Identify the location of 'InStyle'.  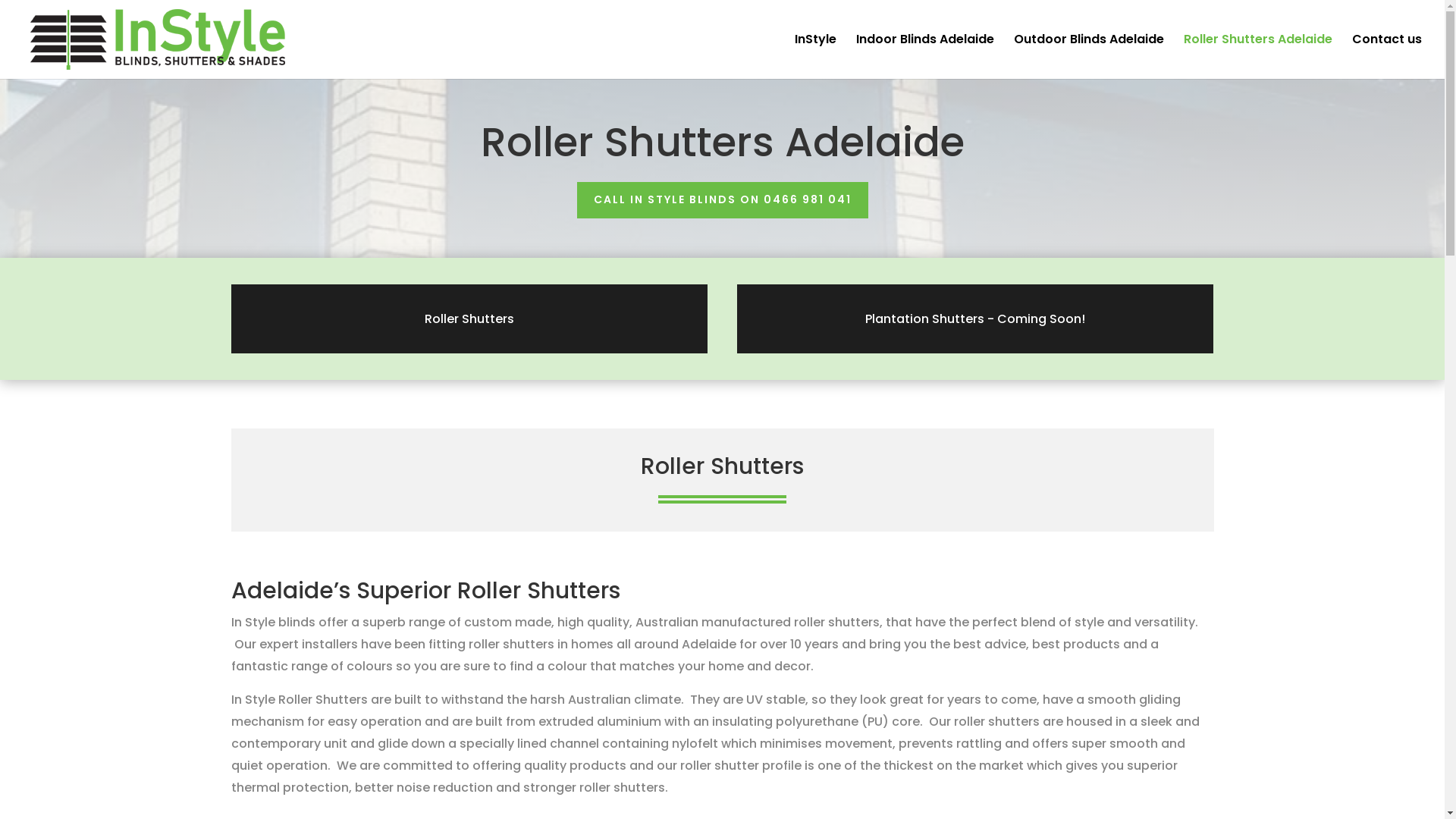
(814, 55).